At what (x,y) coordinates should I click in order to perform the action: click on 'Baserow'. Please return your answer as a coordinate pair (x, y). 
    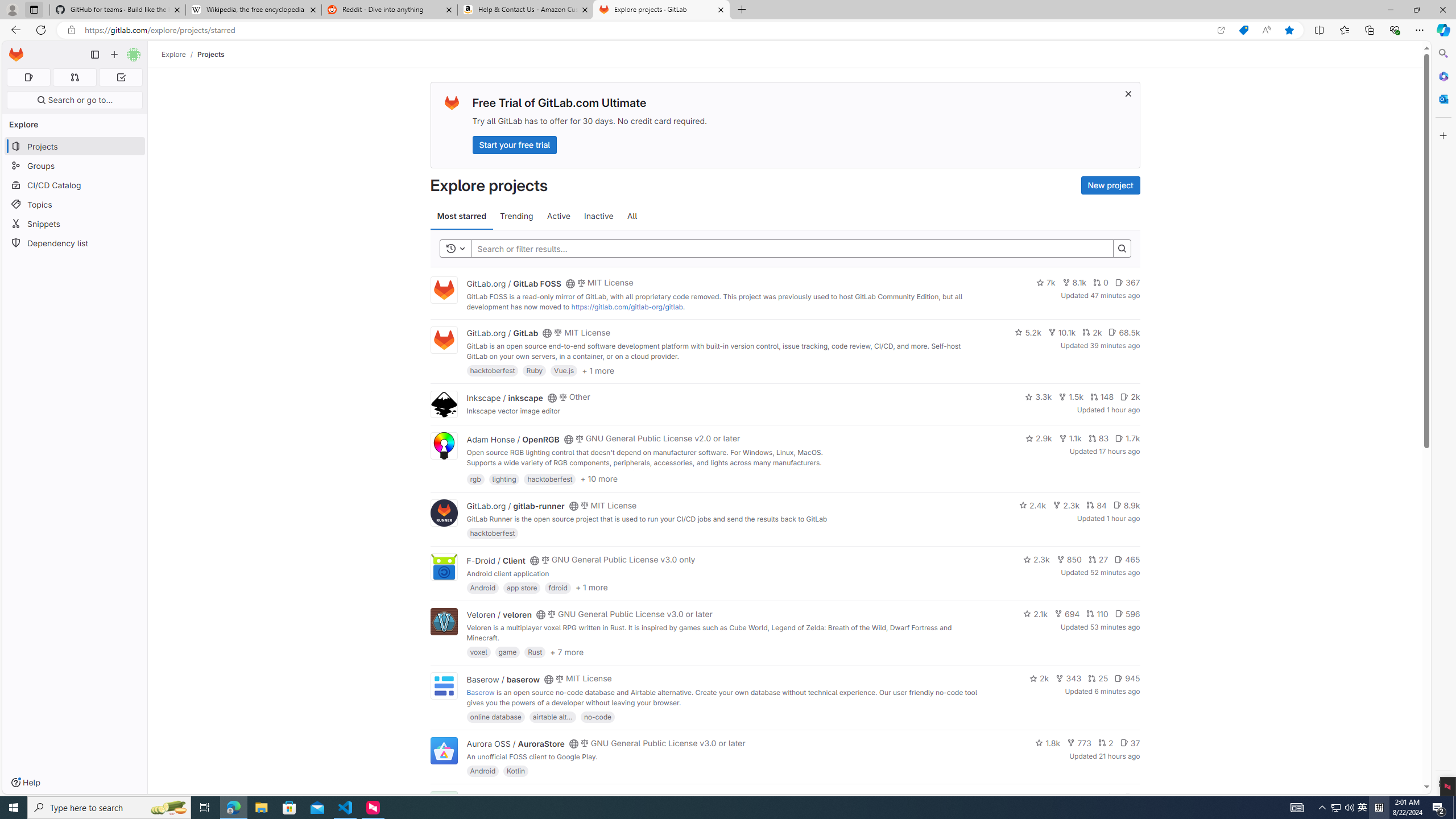
    Looking at the image, I should click on (479, 692).